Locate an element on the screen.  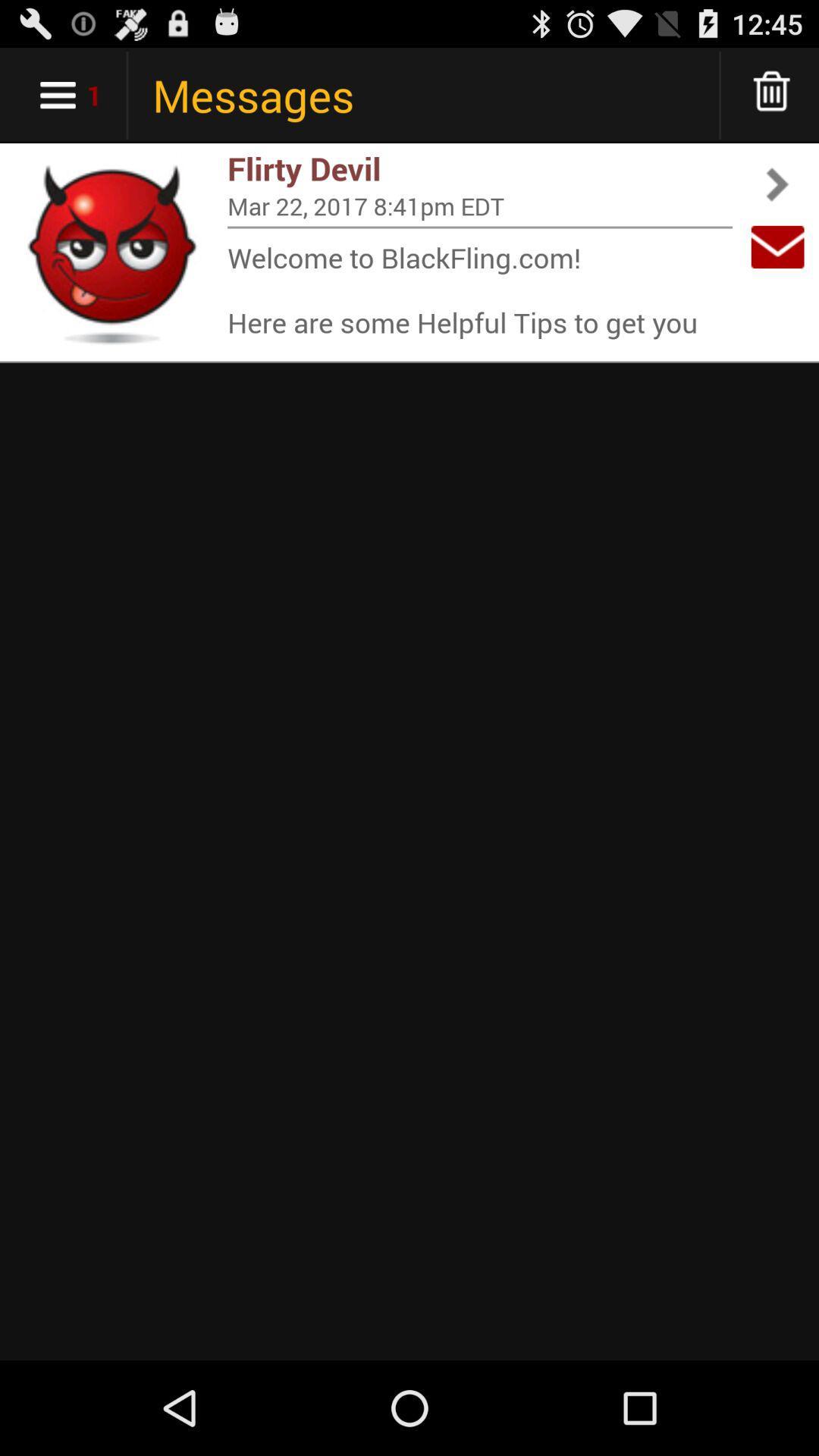
delete the page is located at coordinates (772, 94).